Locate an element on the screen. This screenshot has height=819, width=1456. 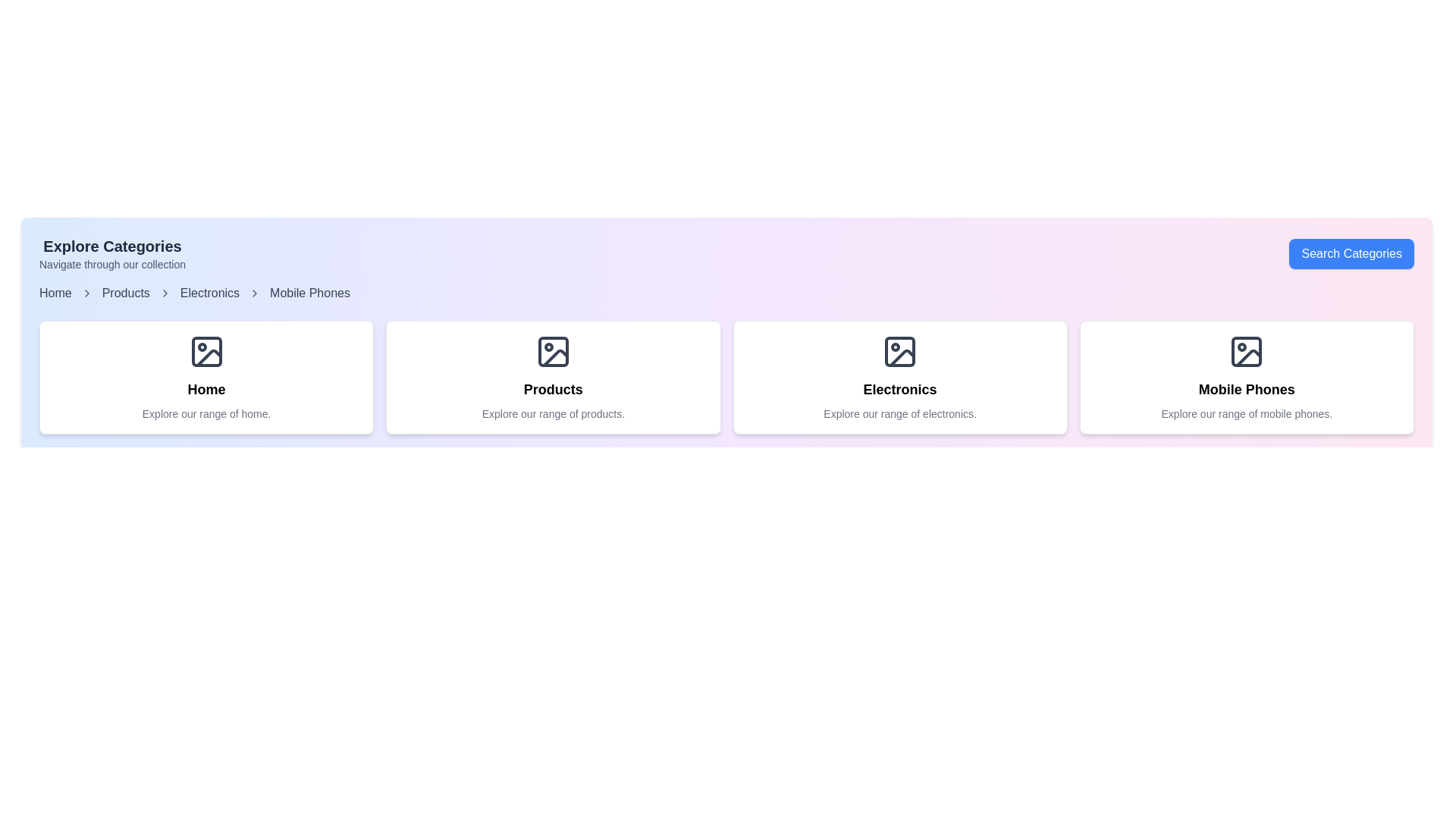
the 'Home' icon located at the center of the first card in a horizontal row of four cards, which visually represents the 'Home' category is located at coordinates (206, 351).